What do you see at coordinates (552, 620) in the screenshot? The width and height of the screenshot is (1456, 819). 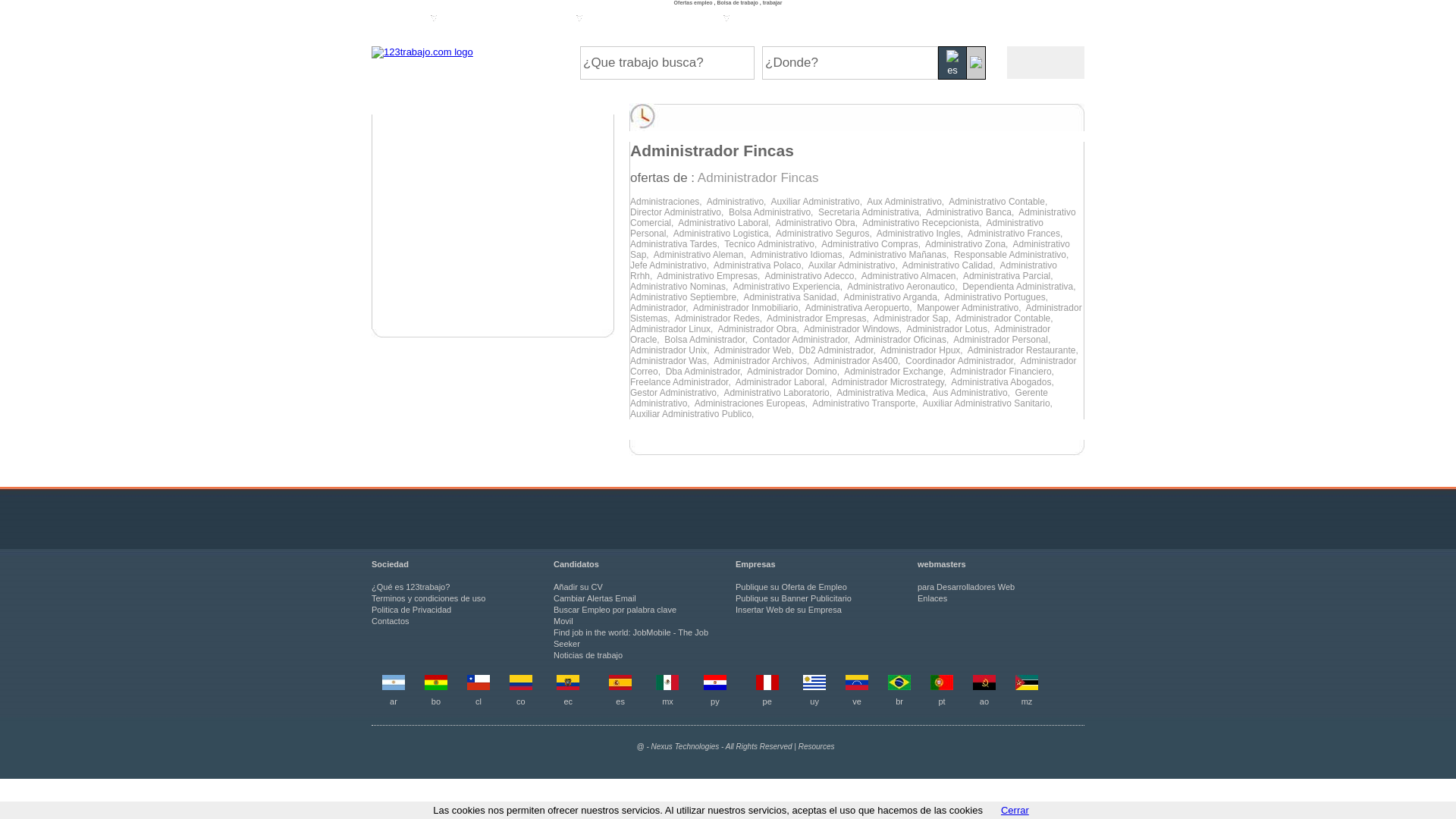 I see `'Movil'` at bounding box center [552, 620].